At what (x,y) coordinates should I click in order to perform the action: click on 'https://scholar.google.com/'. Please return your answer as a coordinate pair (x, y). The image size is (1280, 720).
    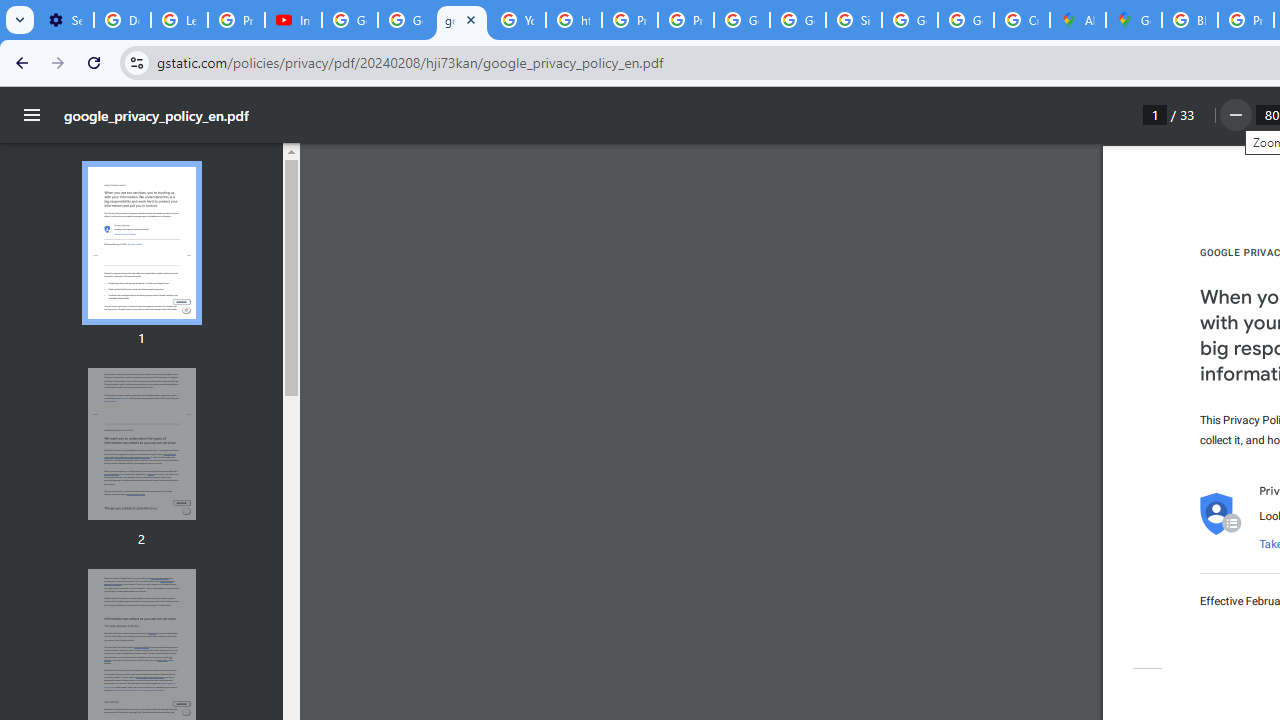
    Looking at the image, I should click on (573, 20).